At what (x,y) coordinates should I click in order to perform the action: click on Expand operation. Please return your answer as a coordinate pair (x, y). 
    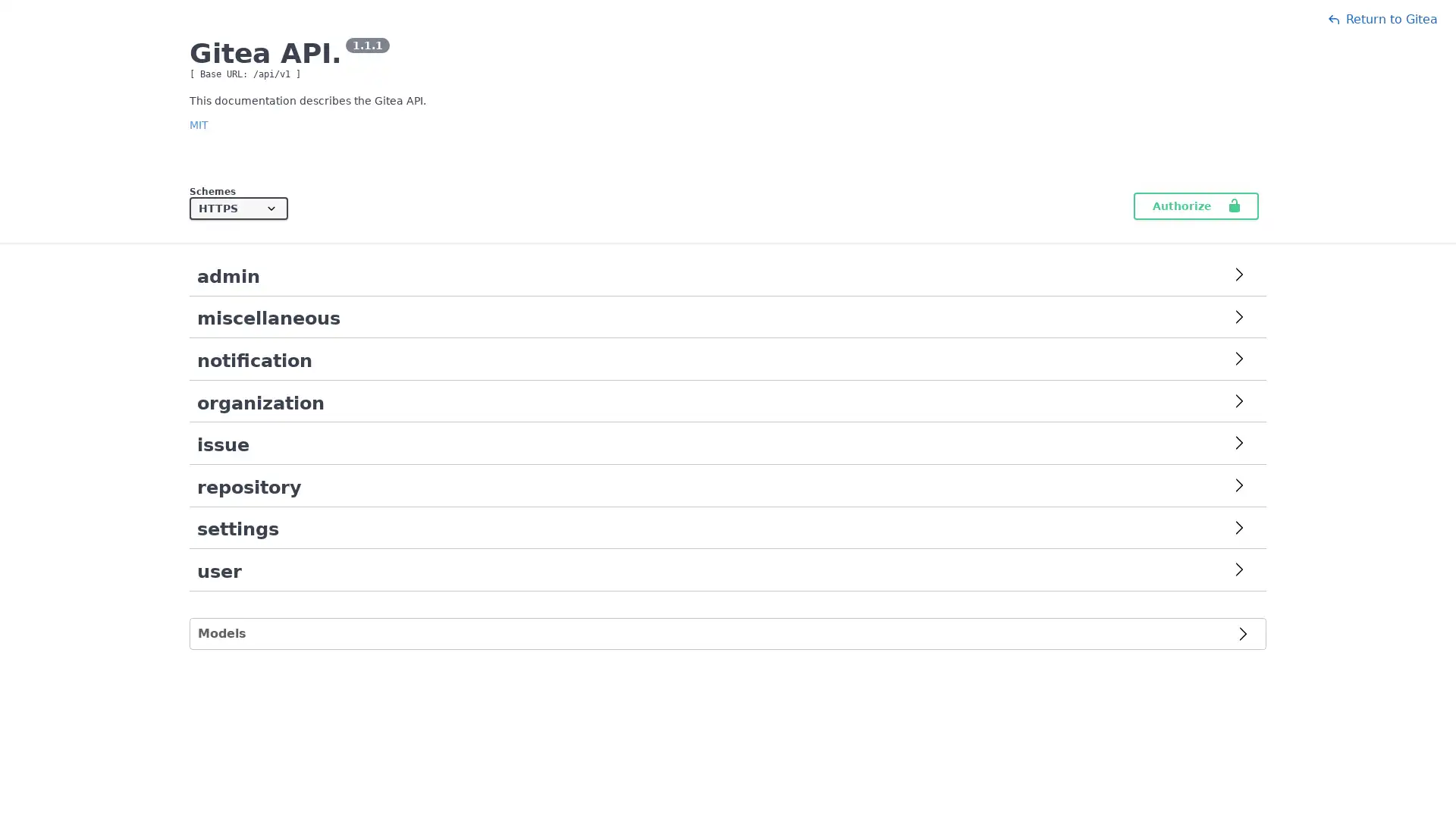
    Looking at the image, I should click on (1238, 486).